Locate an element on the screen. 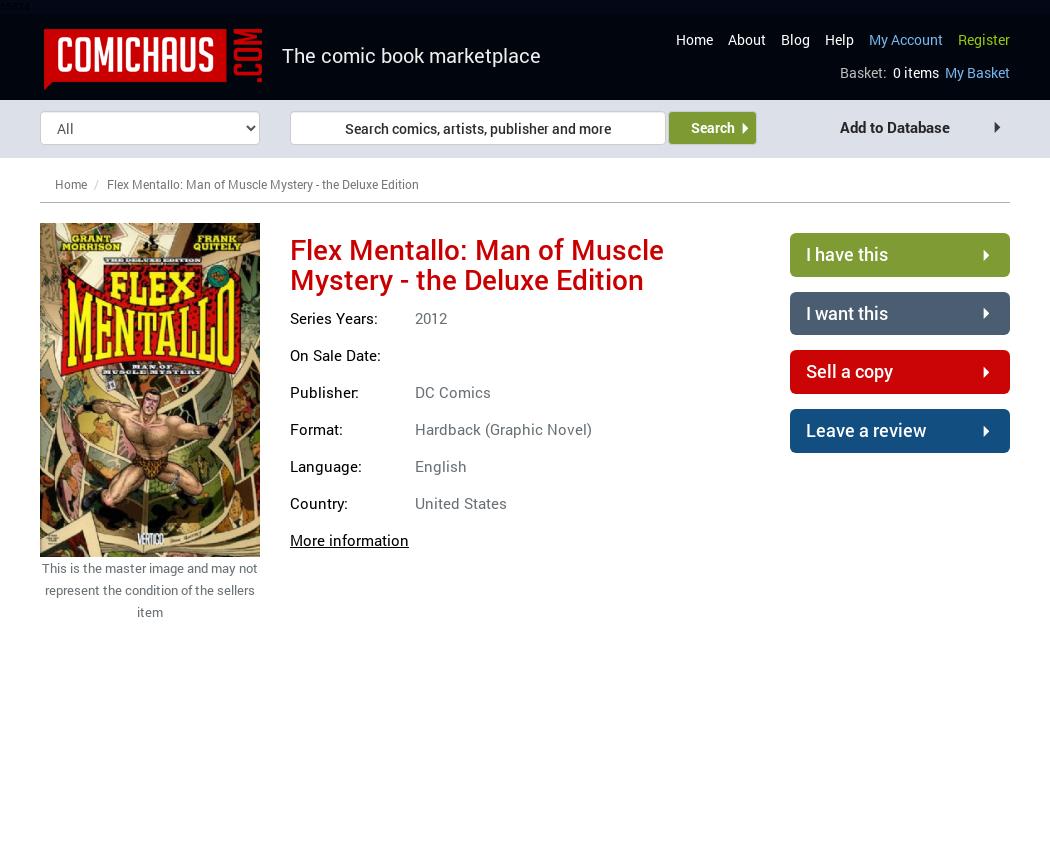  'My Basket' is located at coordinates (977, 72).